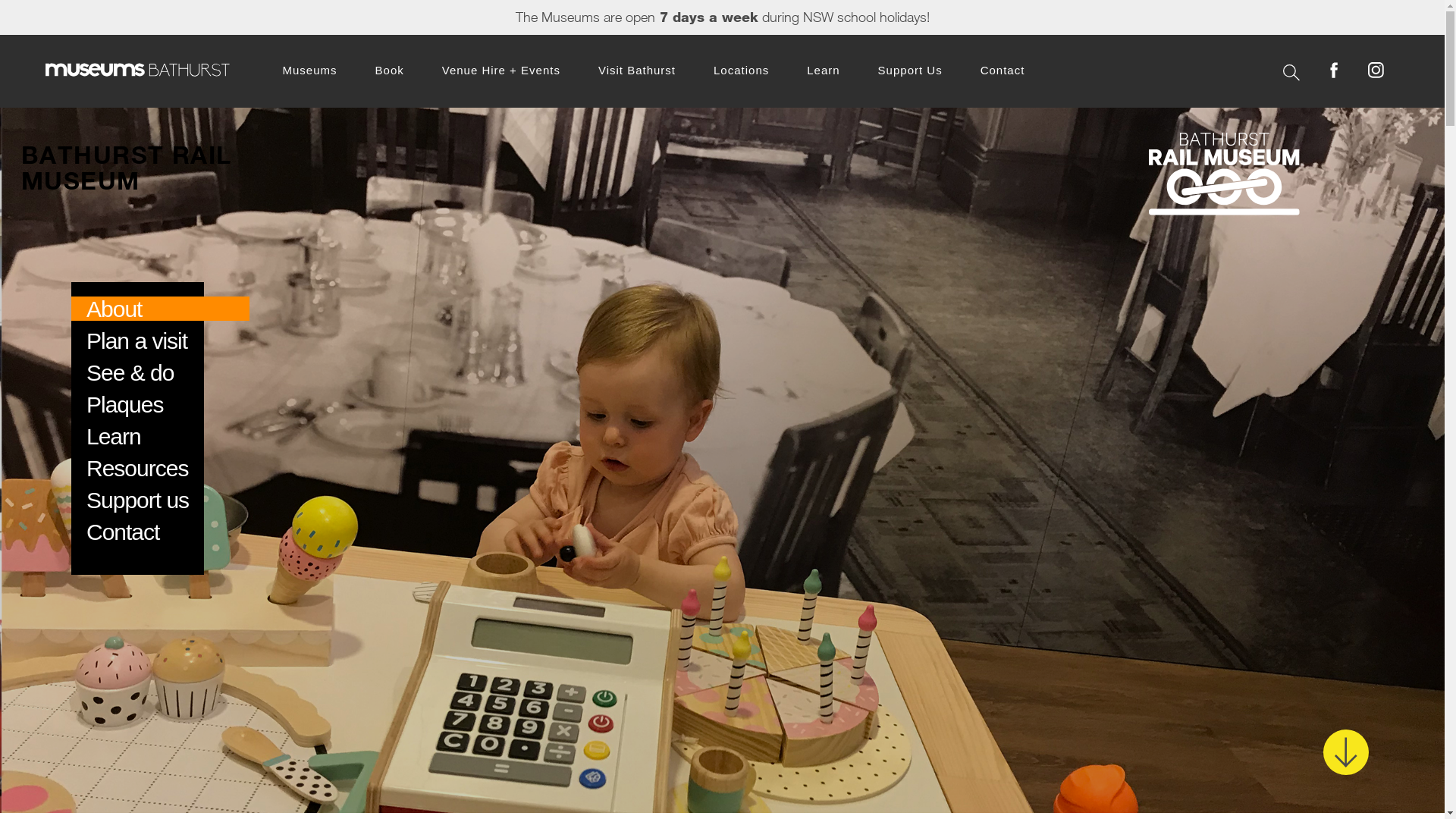 Image resolution: width=1456 pixels, height=819 pixels. Describe the element at coordinates (137, 500) in the screenshot. I see `'Support us'` at that location.